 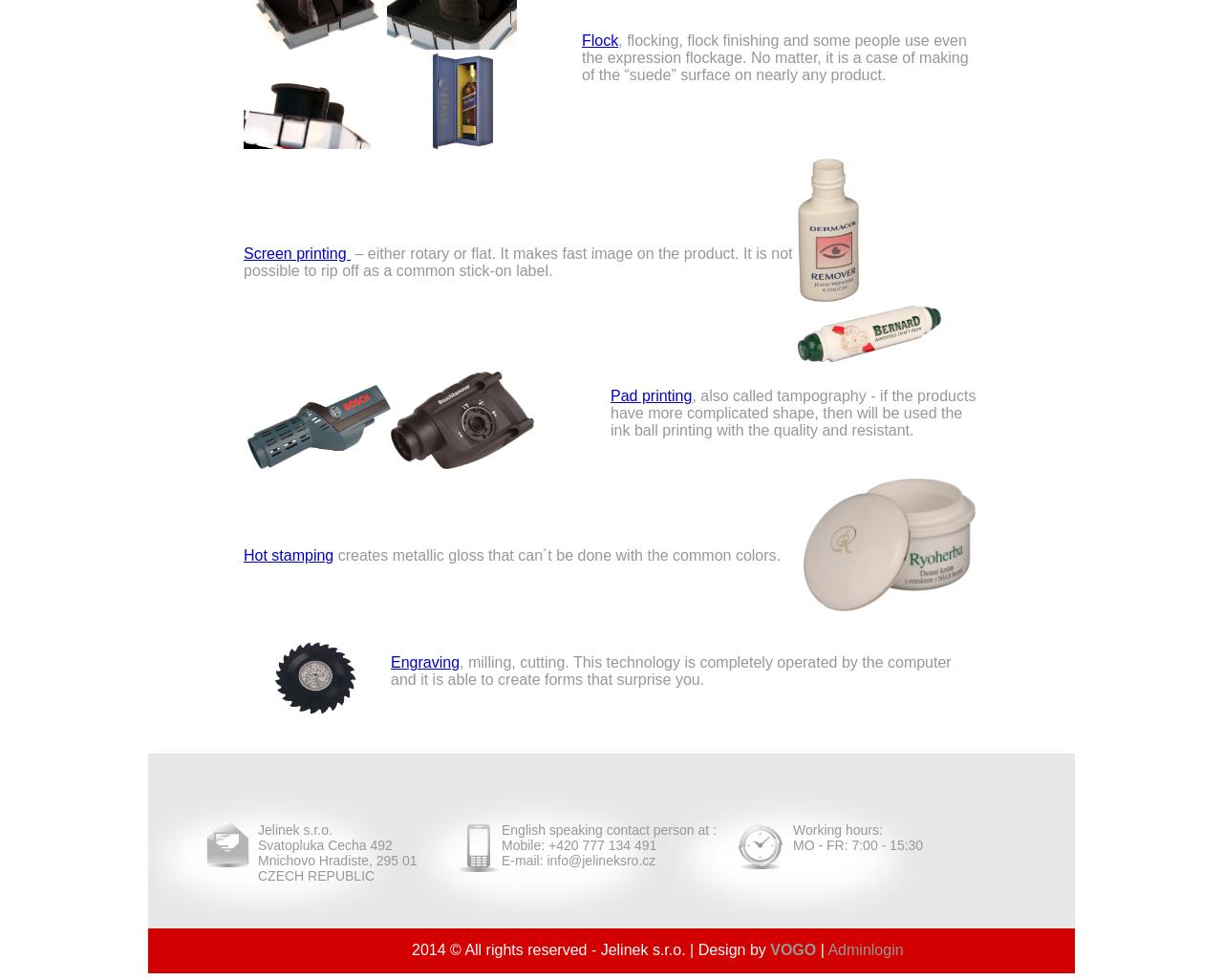 I want to click on '|', so click(x=822, y=948).